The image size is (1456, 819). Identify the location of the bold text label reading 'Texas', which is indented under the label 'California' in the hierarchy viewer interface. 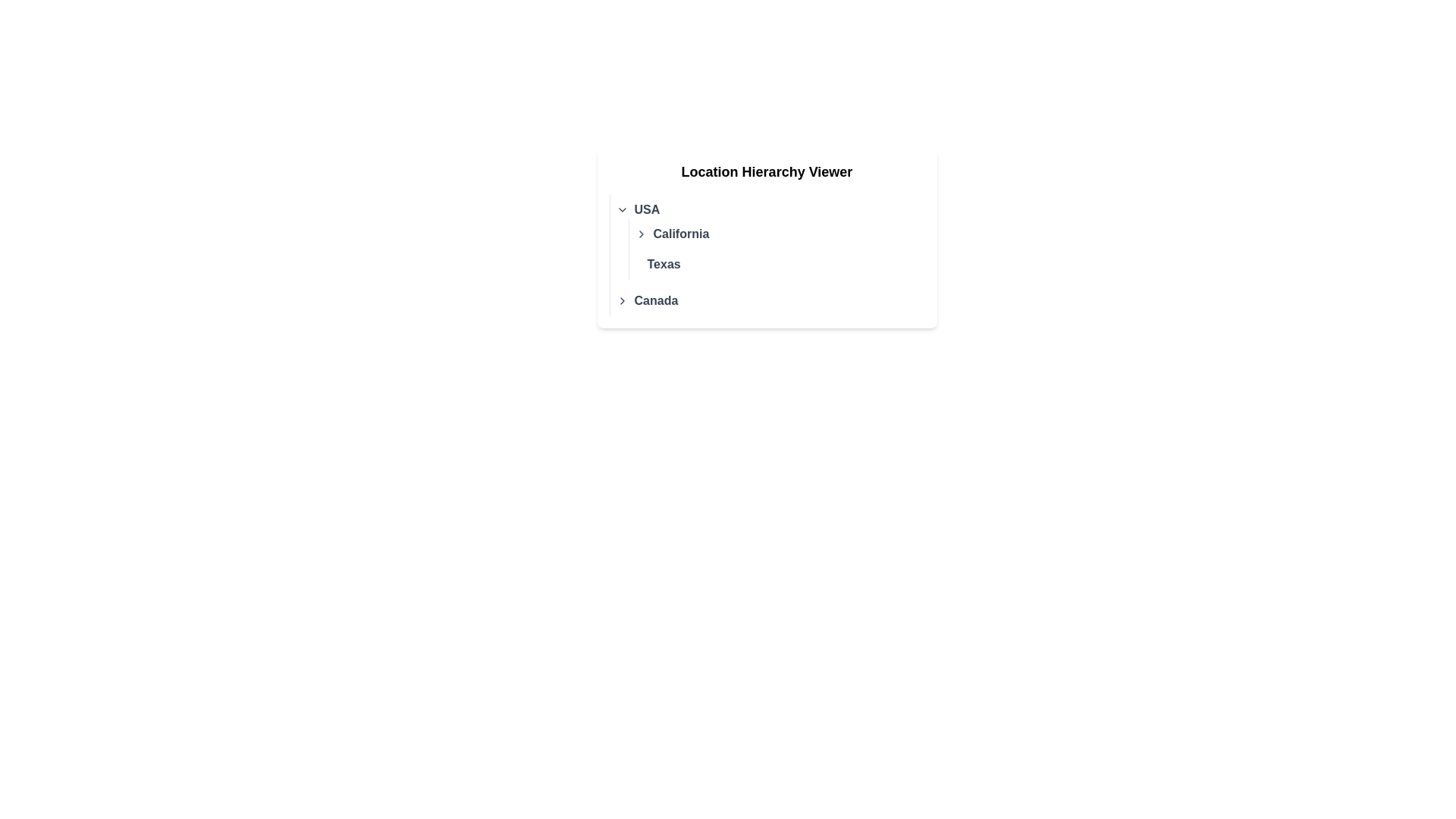
(664, 263).